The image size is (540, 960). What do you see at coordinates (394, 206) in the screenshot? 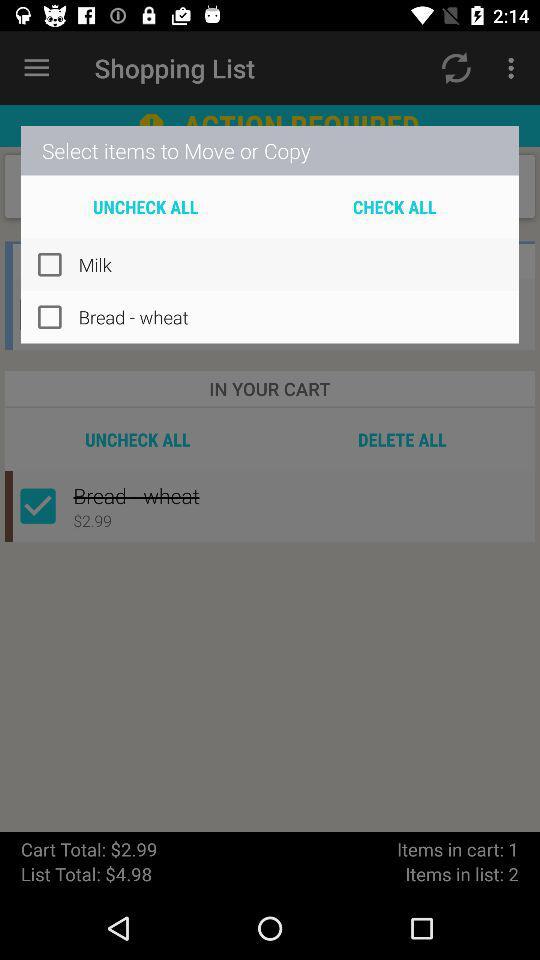
I see `the icon above the milk item` at bounding box center [394, 206].